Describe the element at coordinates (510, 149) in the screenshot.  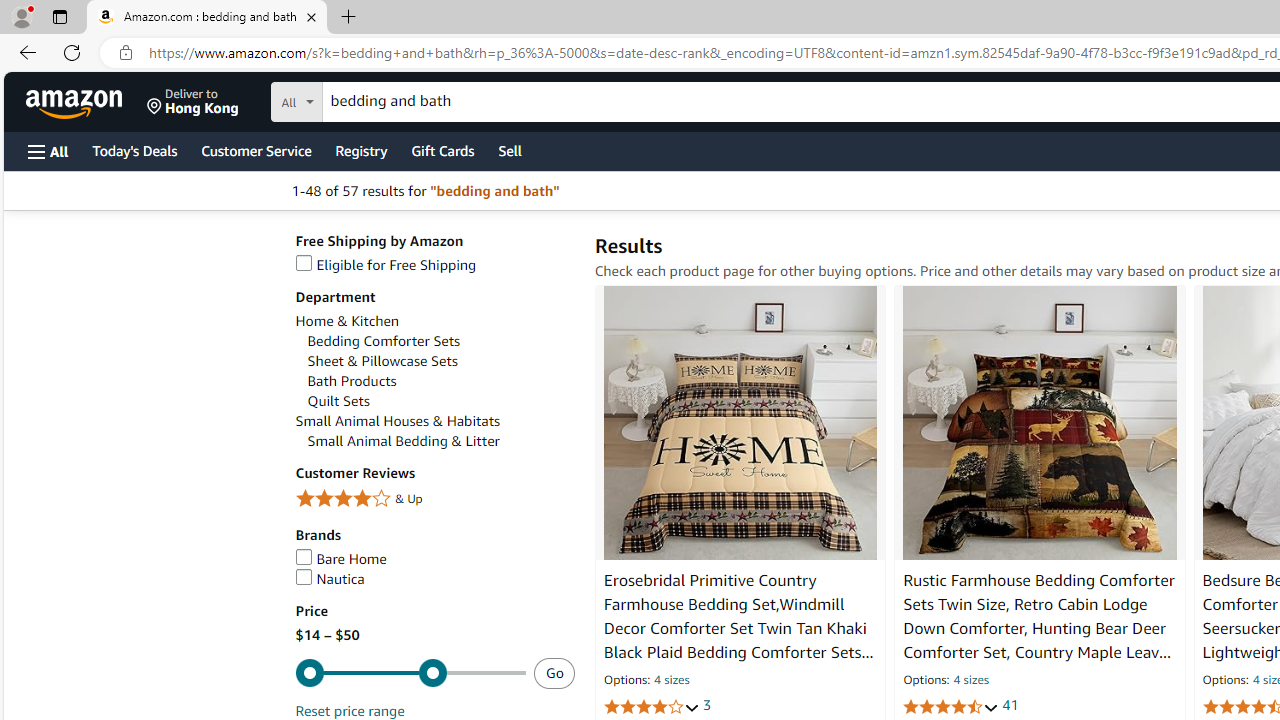
I see `'Sell'` at that location.